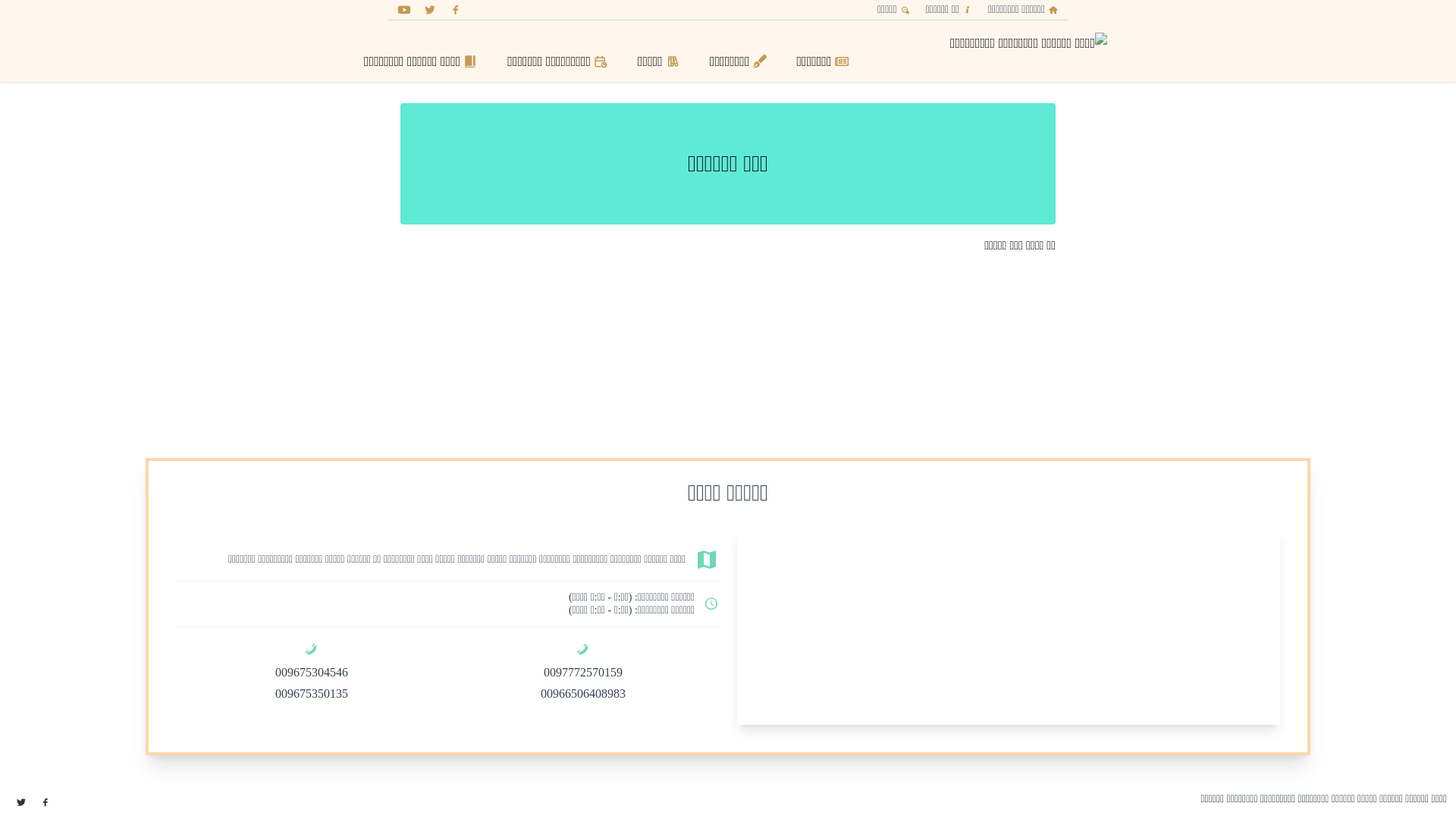  What do you see at coordinates (582, 671) in the screenshot?
I see `'0097772570159'` at bounding box center [582, 671].